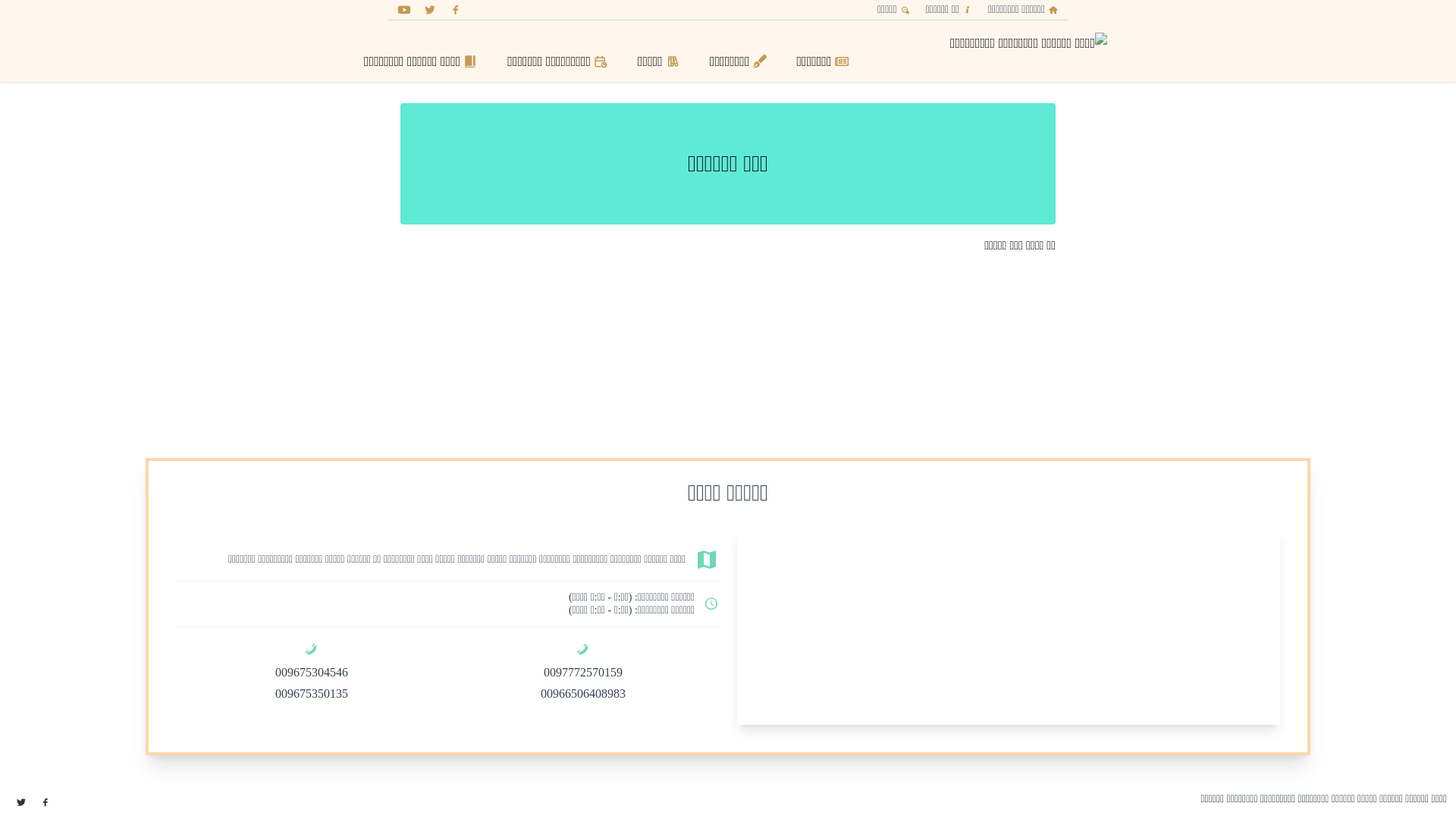  What do you see at coordinates (582, 671) in the screenshot?
I see `'0097772570159'` at bounding box center [582, 671].